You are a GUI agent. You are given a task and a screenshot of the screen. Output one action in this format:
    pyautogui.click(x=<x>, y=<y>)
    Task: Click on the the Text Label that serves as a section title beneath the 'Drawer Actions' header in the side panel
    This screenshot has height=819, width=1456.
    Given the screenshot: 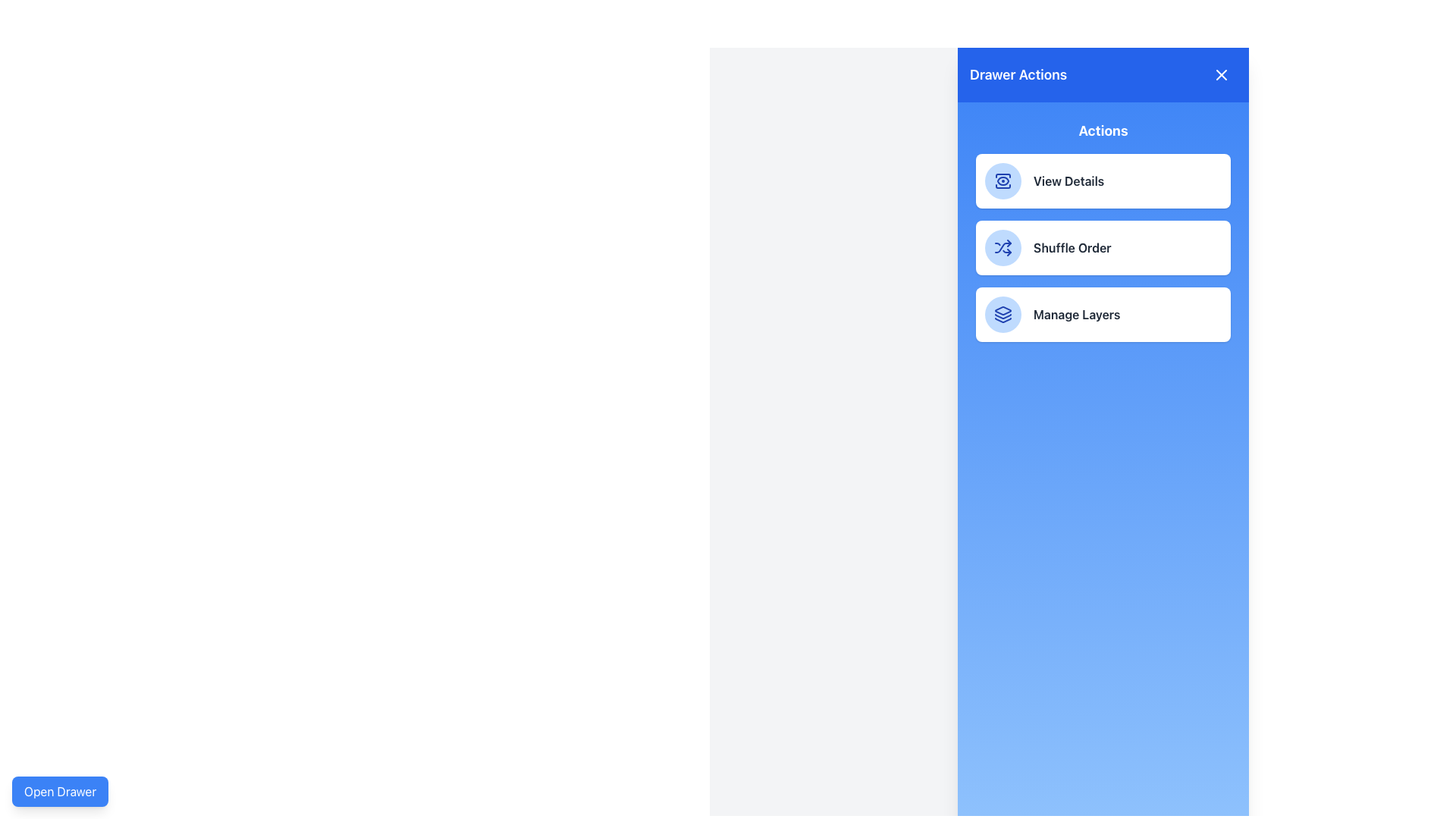 What is the action you would take?
    pyautogui.click(x=1103, y=130)
    